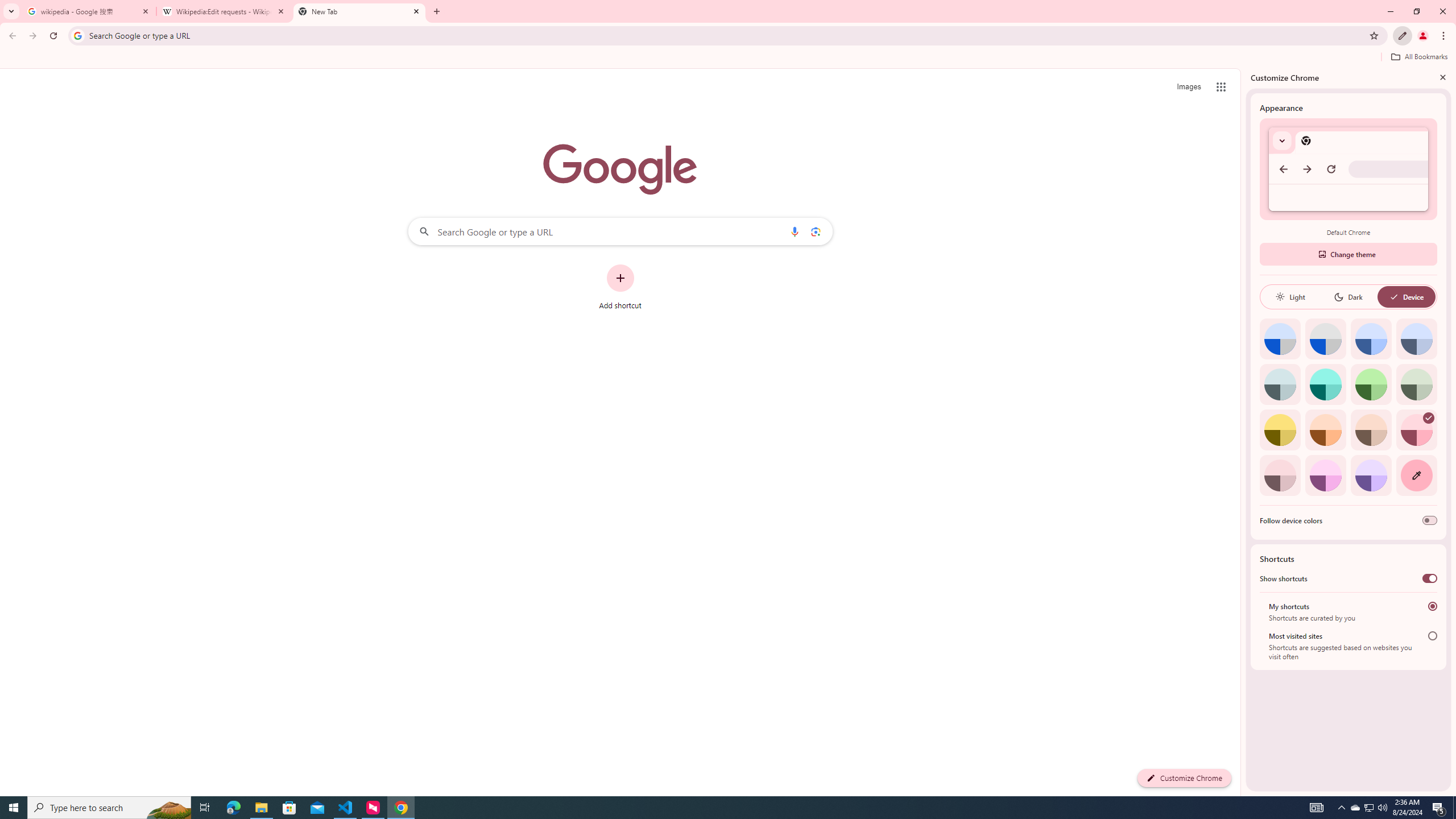 The image size is (1456, 819). I want to click on 'Grey default color', so click(1325, 338).